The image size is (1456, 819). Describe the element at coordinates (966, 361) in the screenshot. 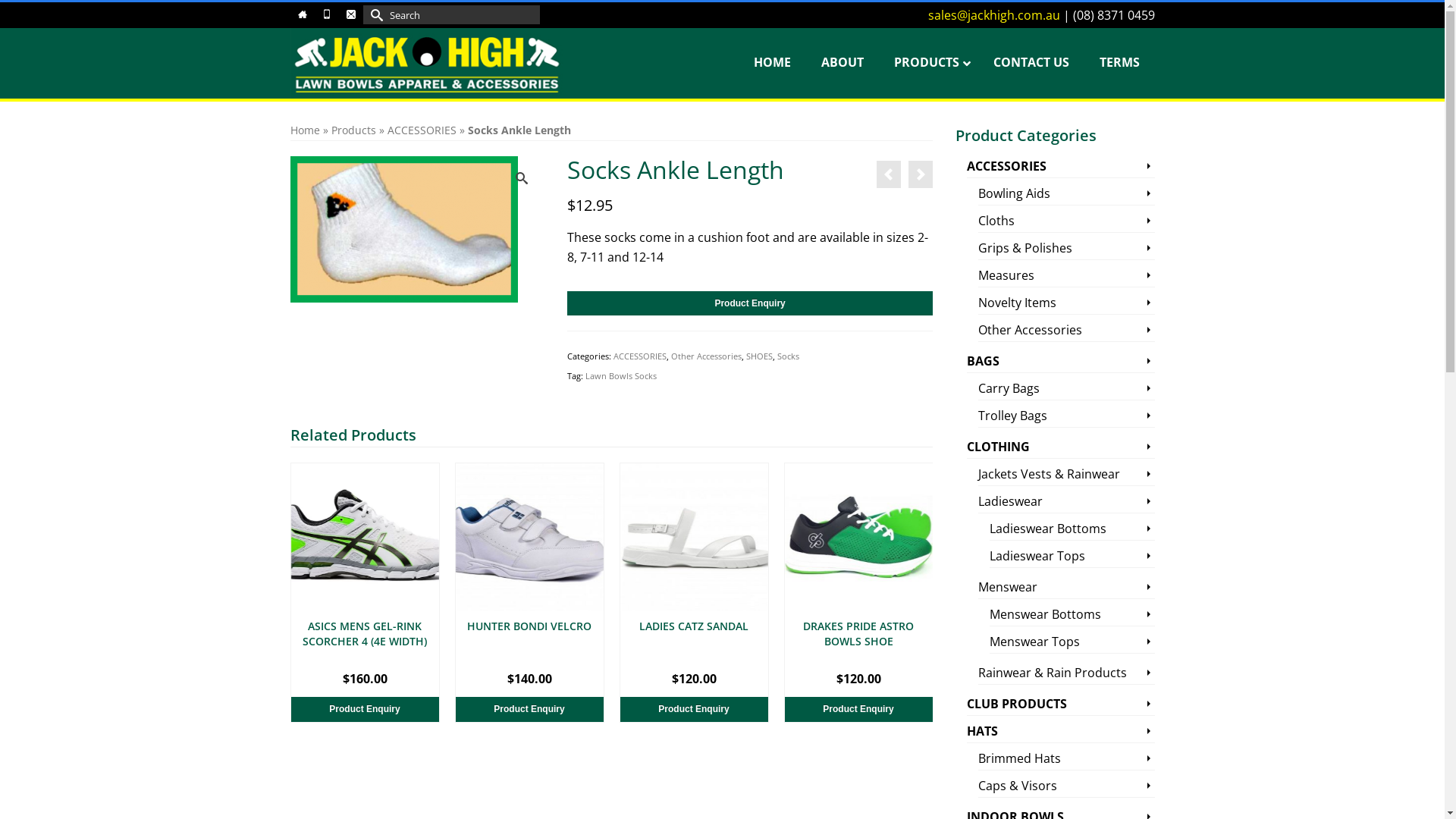

I see `'BAGS'` at that location.